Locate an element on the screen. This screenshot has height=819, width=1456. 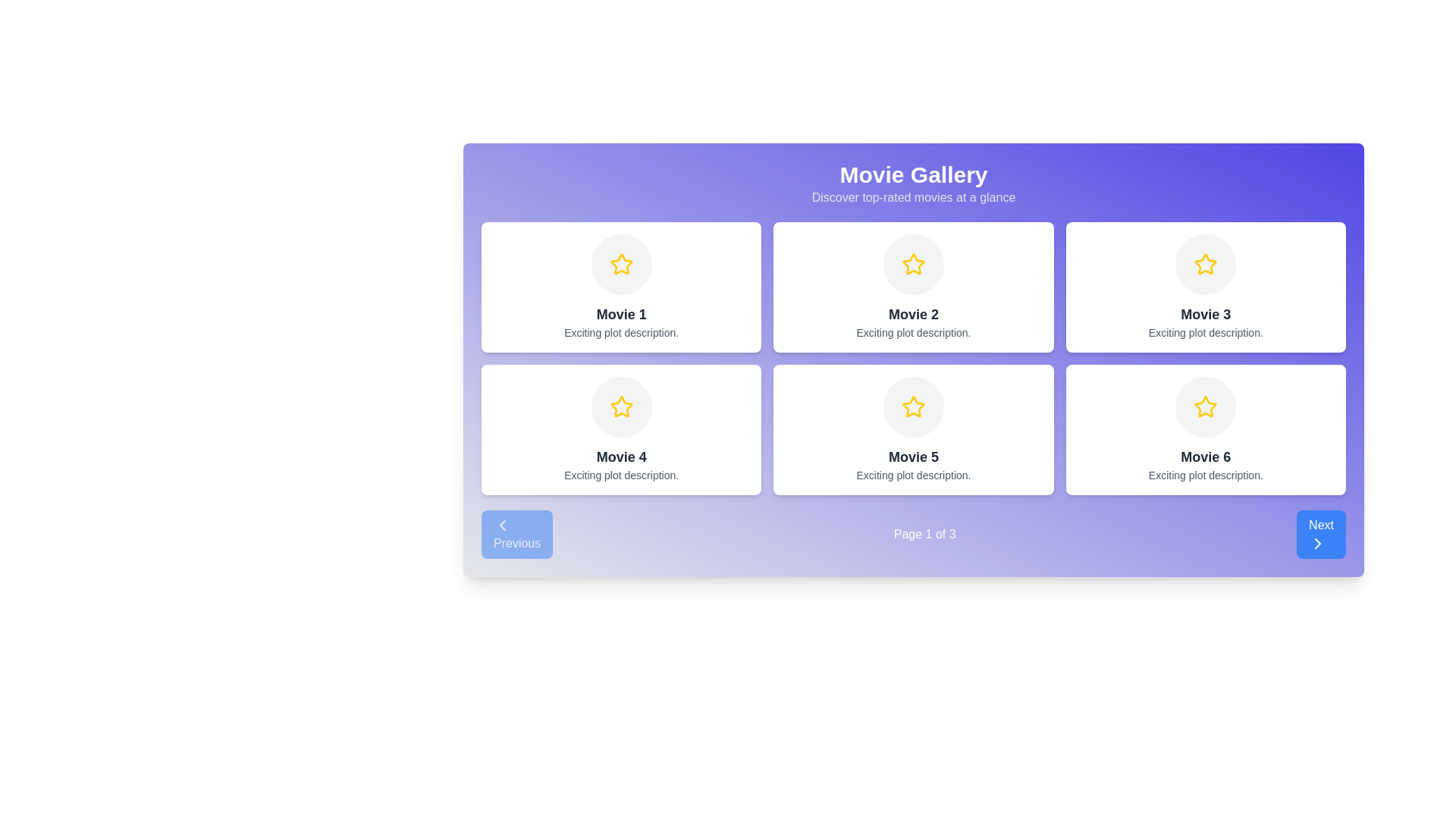
the rightward pointing chevron icon inside the blue 'Next' button located at the bottom-right corner of the interface is located at coordinates (1316, 543).